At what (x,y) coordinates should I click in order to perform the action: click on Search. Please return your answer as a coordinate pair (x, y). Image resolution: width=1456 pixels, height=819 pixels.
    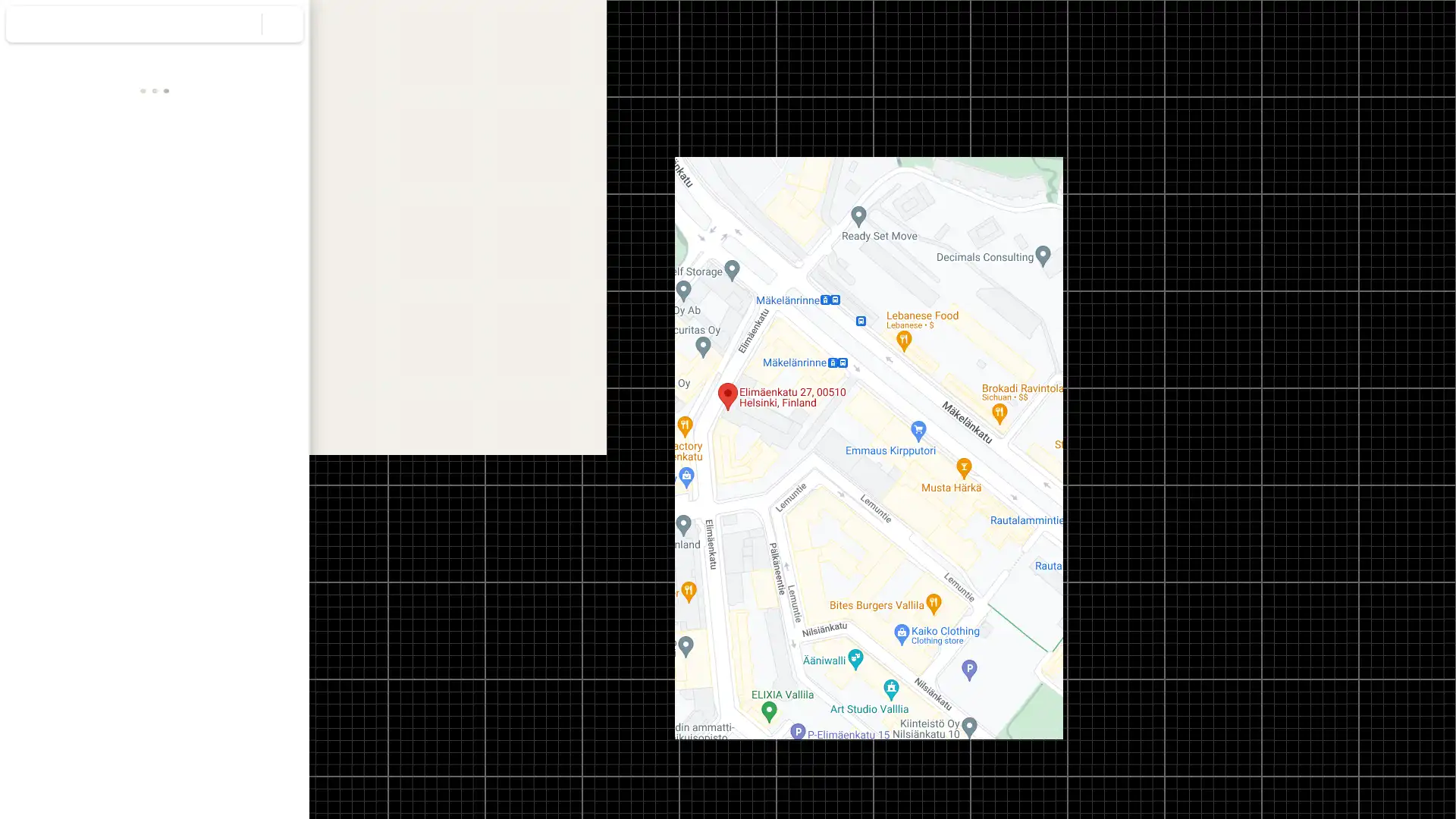
    Looking at the image, I should click on (240, 24).